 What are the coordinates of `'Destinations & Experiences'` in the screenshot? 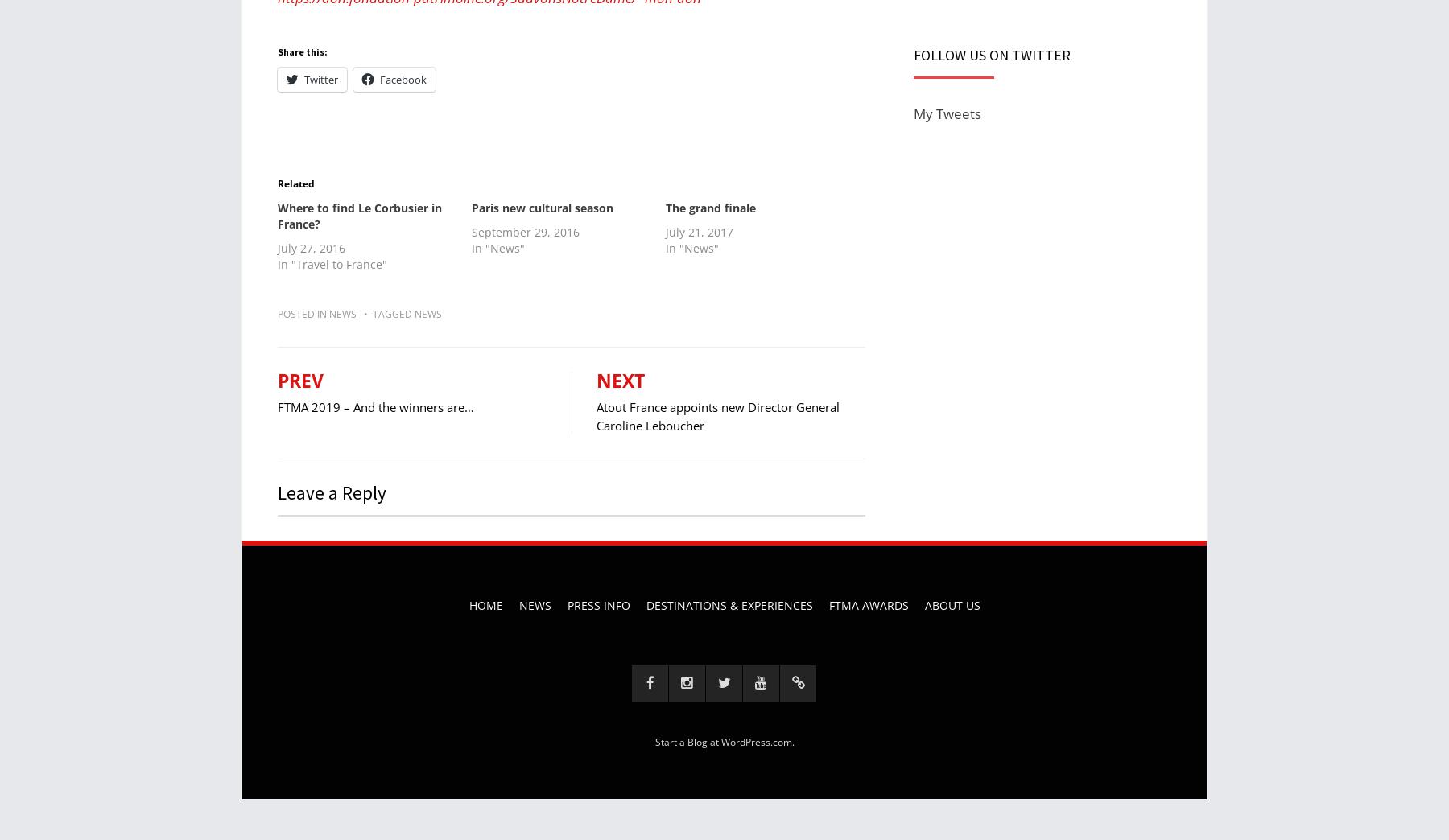 It's located at (728, 604).